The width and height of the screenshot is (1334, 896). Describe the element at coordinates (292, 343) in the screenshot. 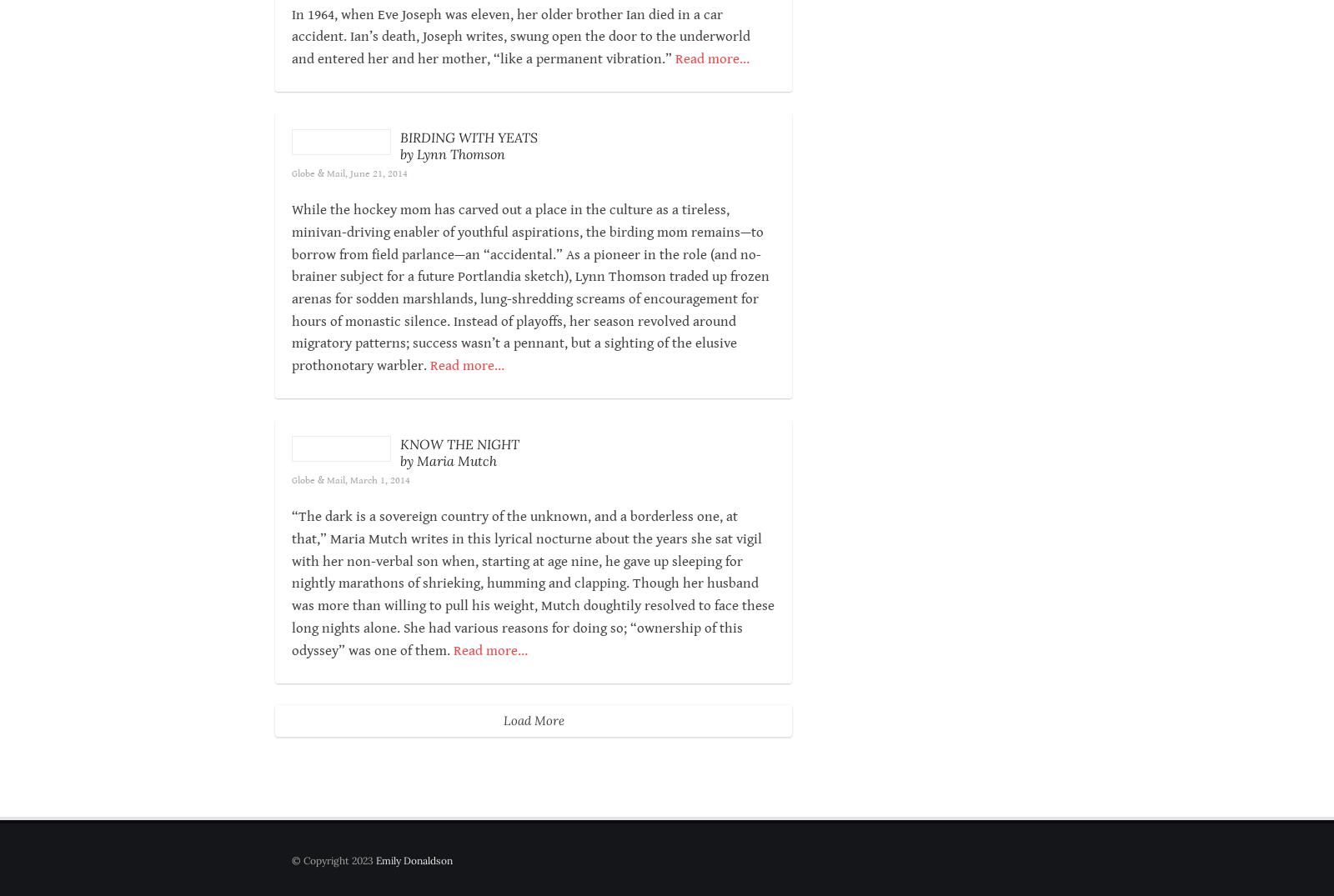

I see `'While the hockey mom has carved out a place in the culture as a tireless, minivan-driving enabler of youthful aspirations, the birding mom remains—to borrow from field parlance—an “accidental.” As a pioneer in the role (and no-brainer subject for a future Portlandia sketch), Lynn Thomson traded up frozen arenas for sodden marshlands, lung-shredding screams of encouragement for hours of monastic silence. Instead of playoffs, her season revolved around migratory patterns; success wasn’t a pennant, but a sighting of the elusive prothonotary warbler.'` at that location.